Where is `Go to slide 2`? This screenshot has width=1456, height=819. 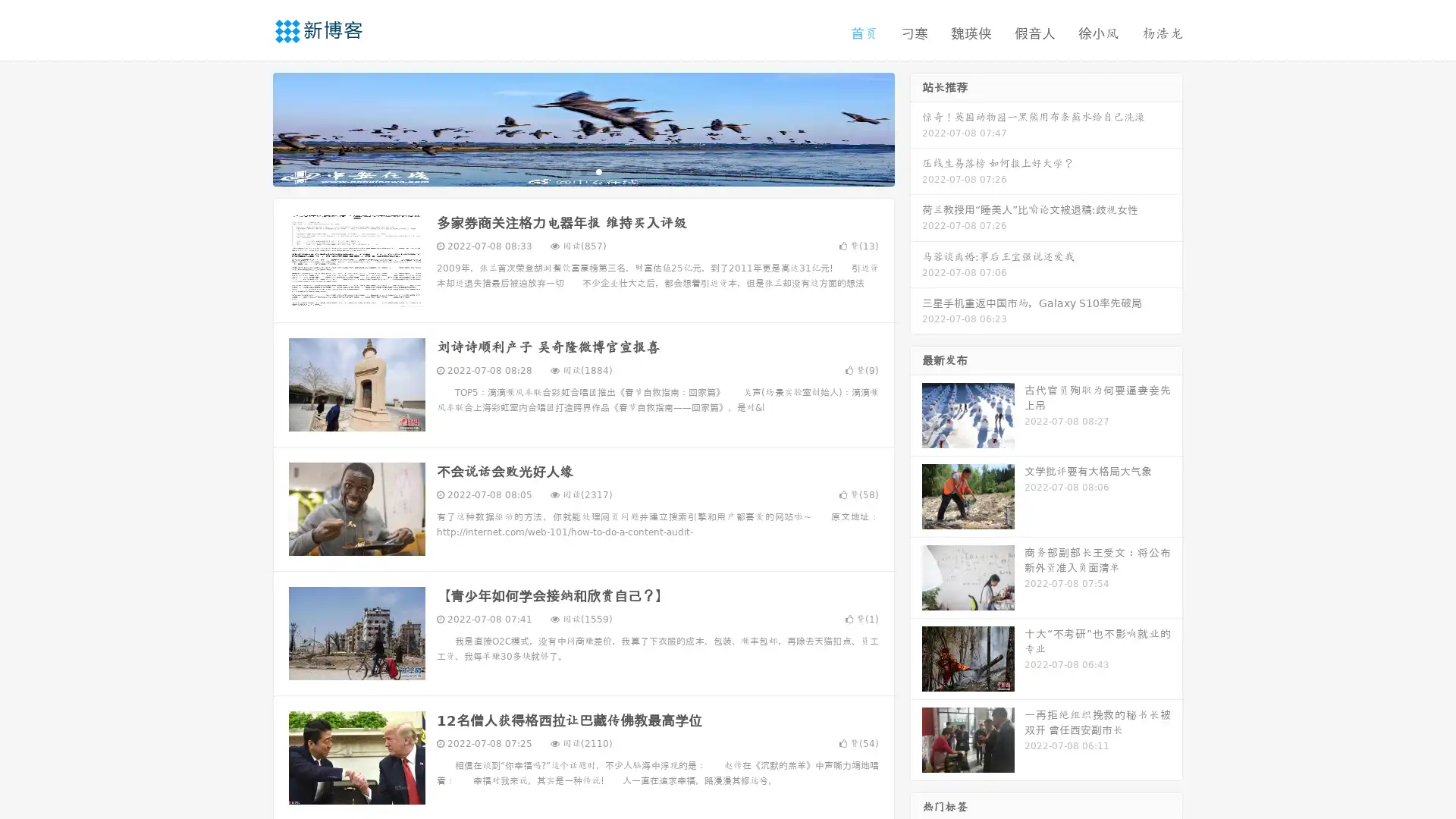
Go to slide 2 is located at coordinates (582, 171).